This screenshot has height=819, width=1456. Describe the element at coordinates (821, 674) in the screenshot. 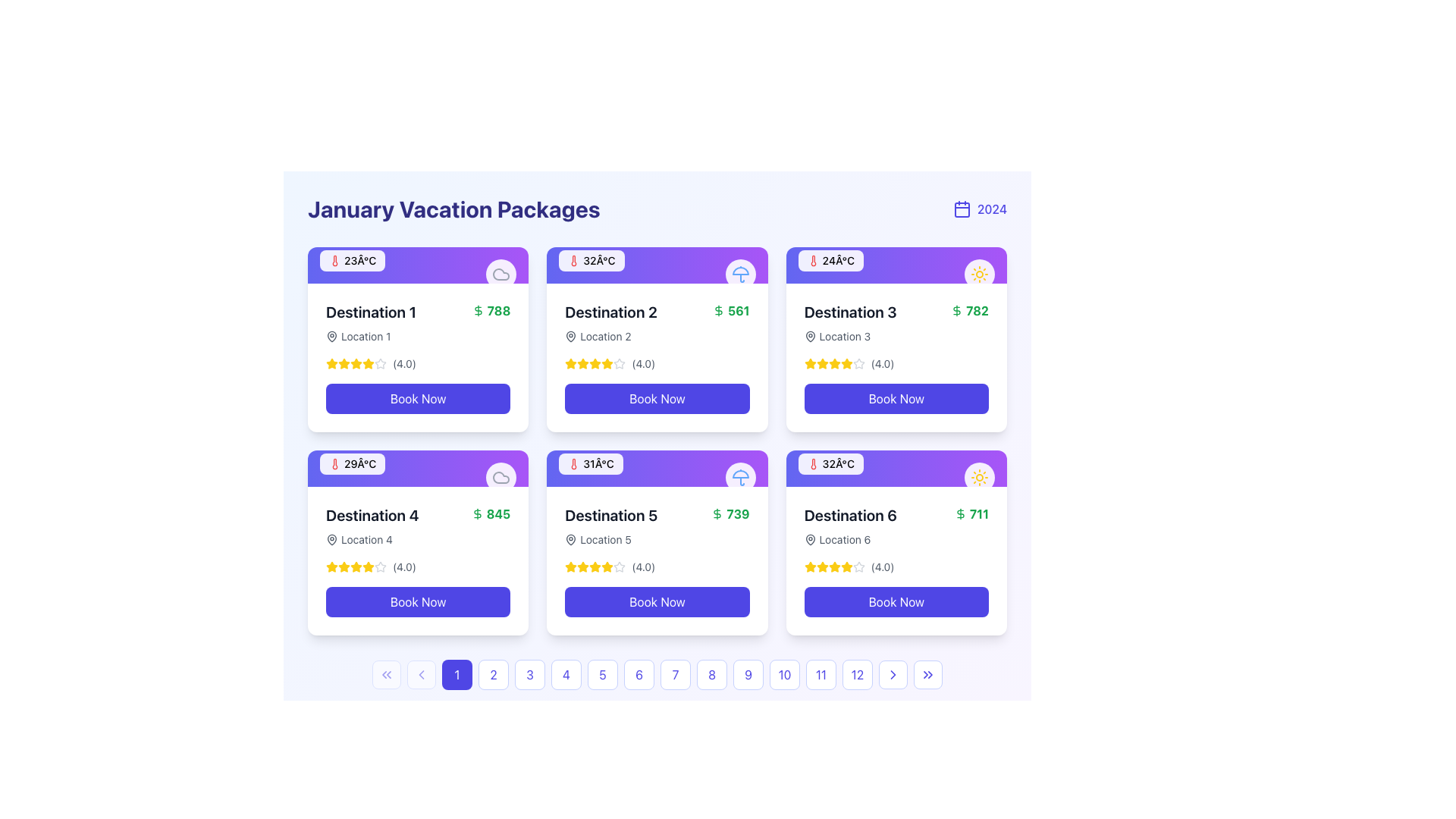

I see `the rounded square button with a white background and indigo text displaying '11'` at that location.